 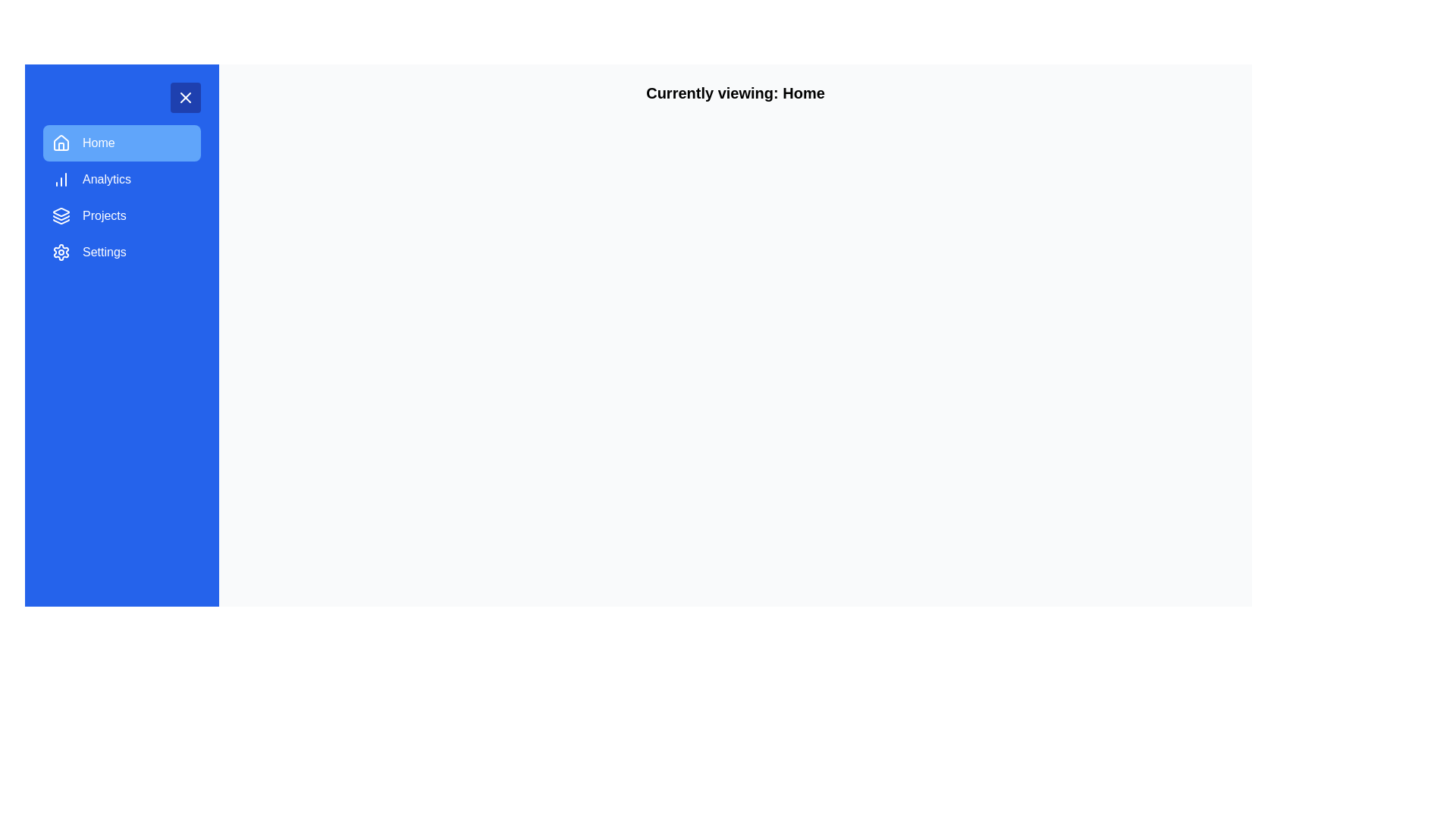 I want to click on the close button icon, which is a white 'X' on a blue circular background located in the top-right corner of the sidebar, so click(x=184, y=97).